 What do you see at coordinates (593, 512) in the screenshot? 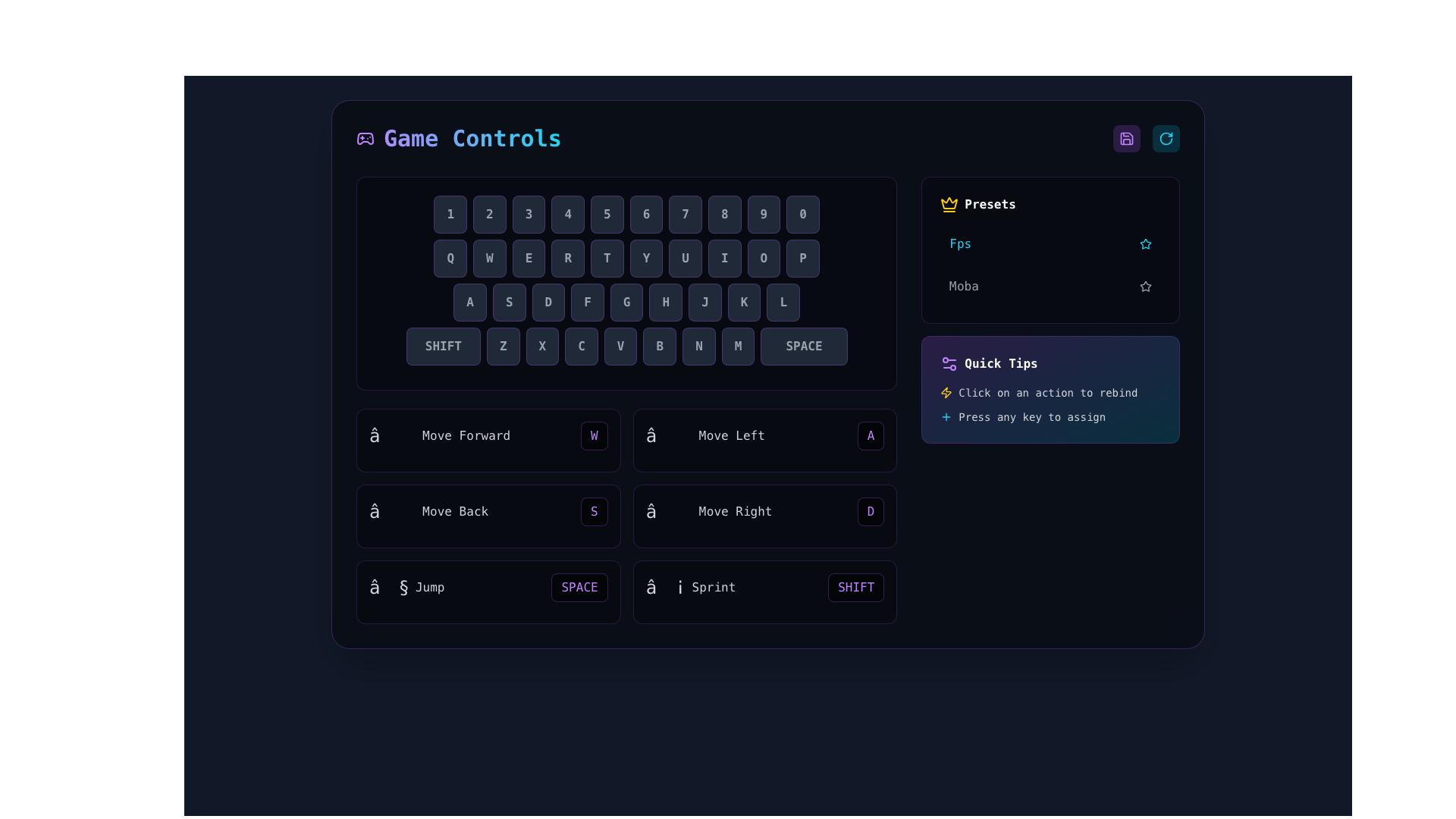
I see `the button displaying 'S' for the 'Move Back' action, located in the bottom section of the interface with a semi-transparent black background and purple border` at bounding box center [593, 512].